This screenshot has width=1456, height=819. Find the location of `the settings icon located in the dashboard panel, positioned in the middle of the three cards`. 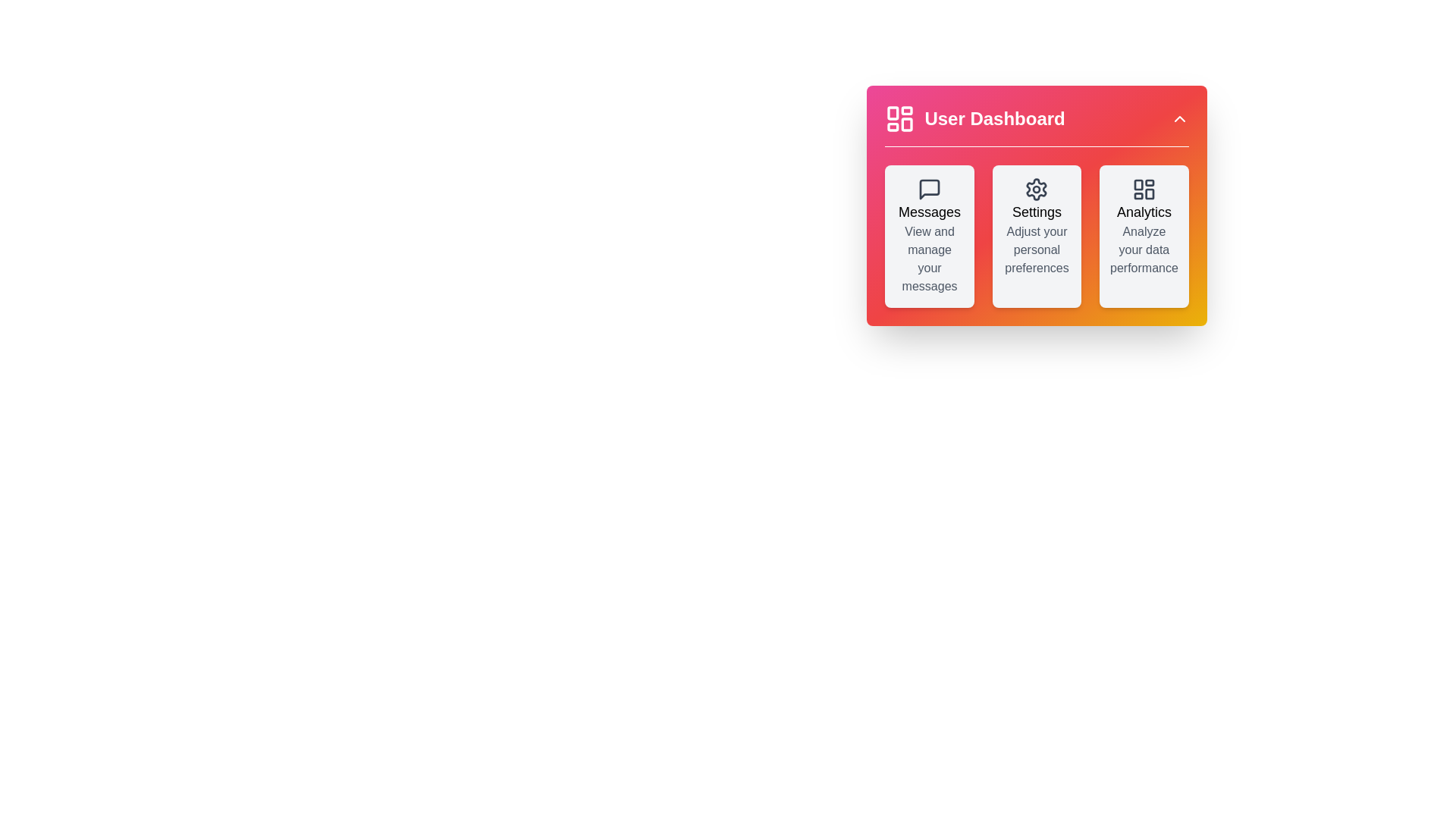

the settings icon located in the dashboard panel, positioned in the middle of the three cards is located at coordinates (1036, 189).